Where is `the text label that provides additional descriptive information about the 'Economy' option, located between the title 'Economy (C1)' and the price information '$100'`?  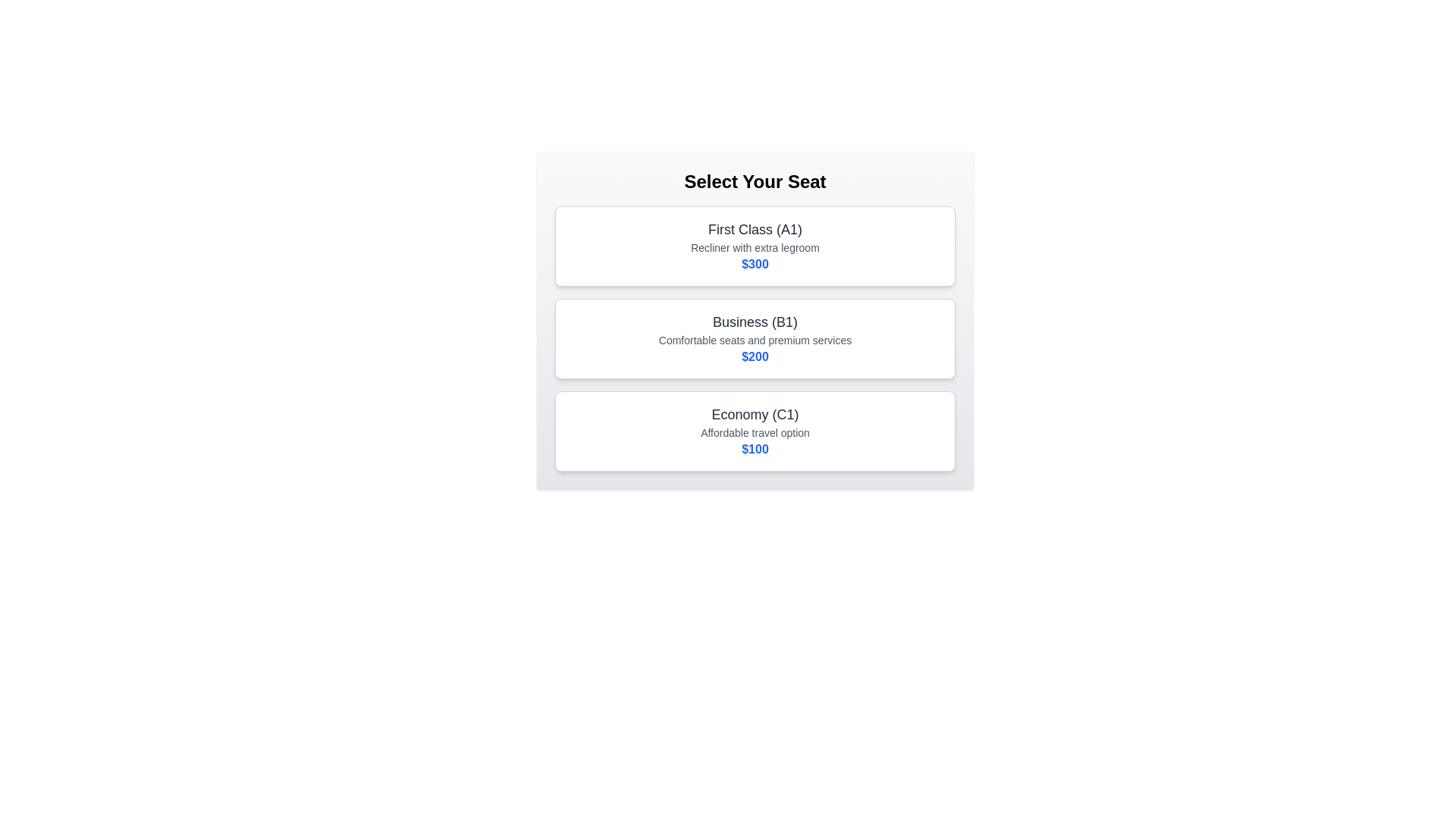 the text label that provides additional descriptive information about the 'Economy' option, located between the title 'Economy (C1)' and the price information '$100' is located at coordinates (755, 432).